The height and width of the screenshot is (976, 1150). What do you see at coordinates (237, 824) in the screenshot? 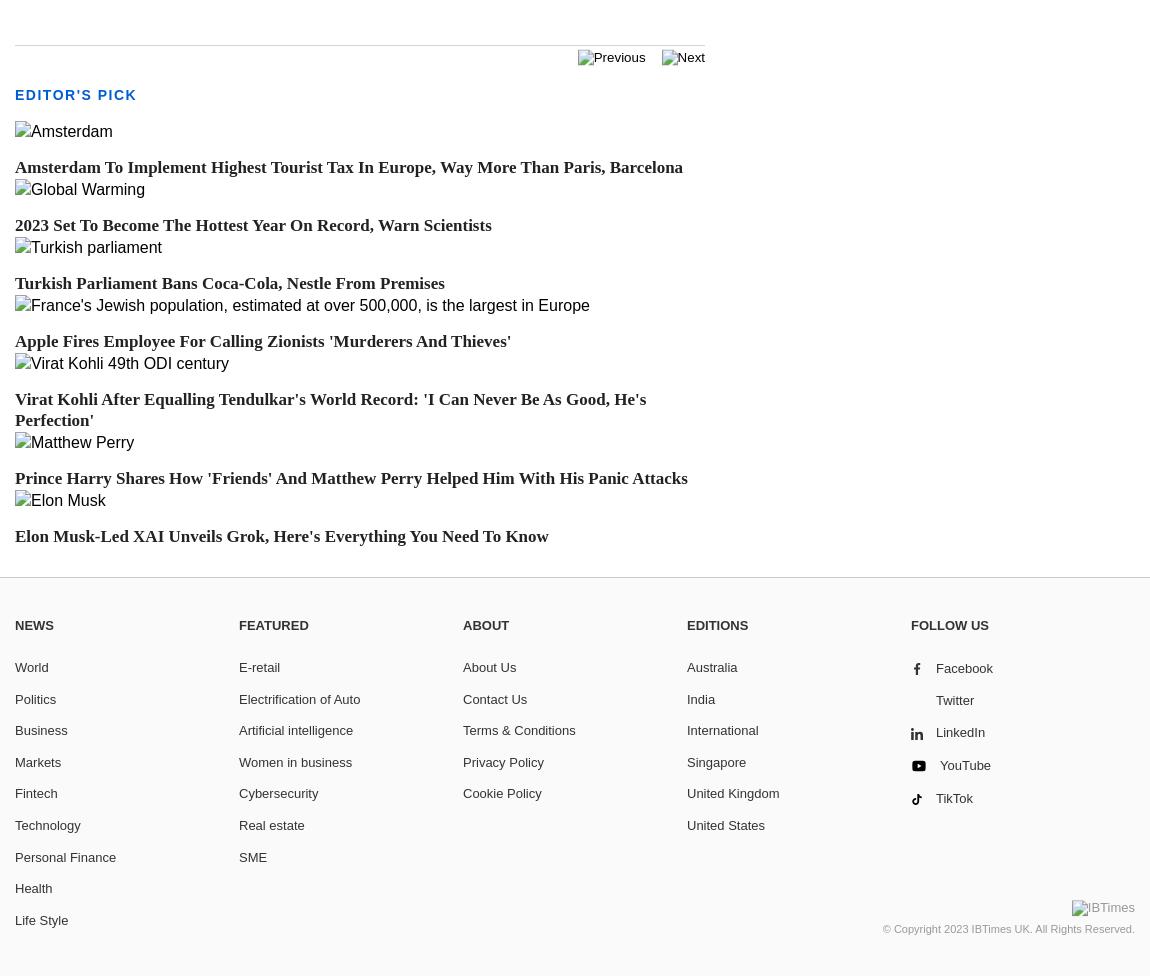
I see `'Real estate'` at bounding box center [237, 824].